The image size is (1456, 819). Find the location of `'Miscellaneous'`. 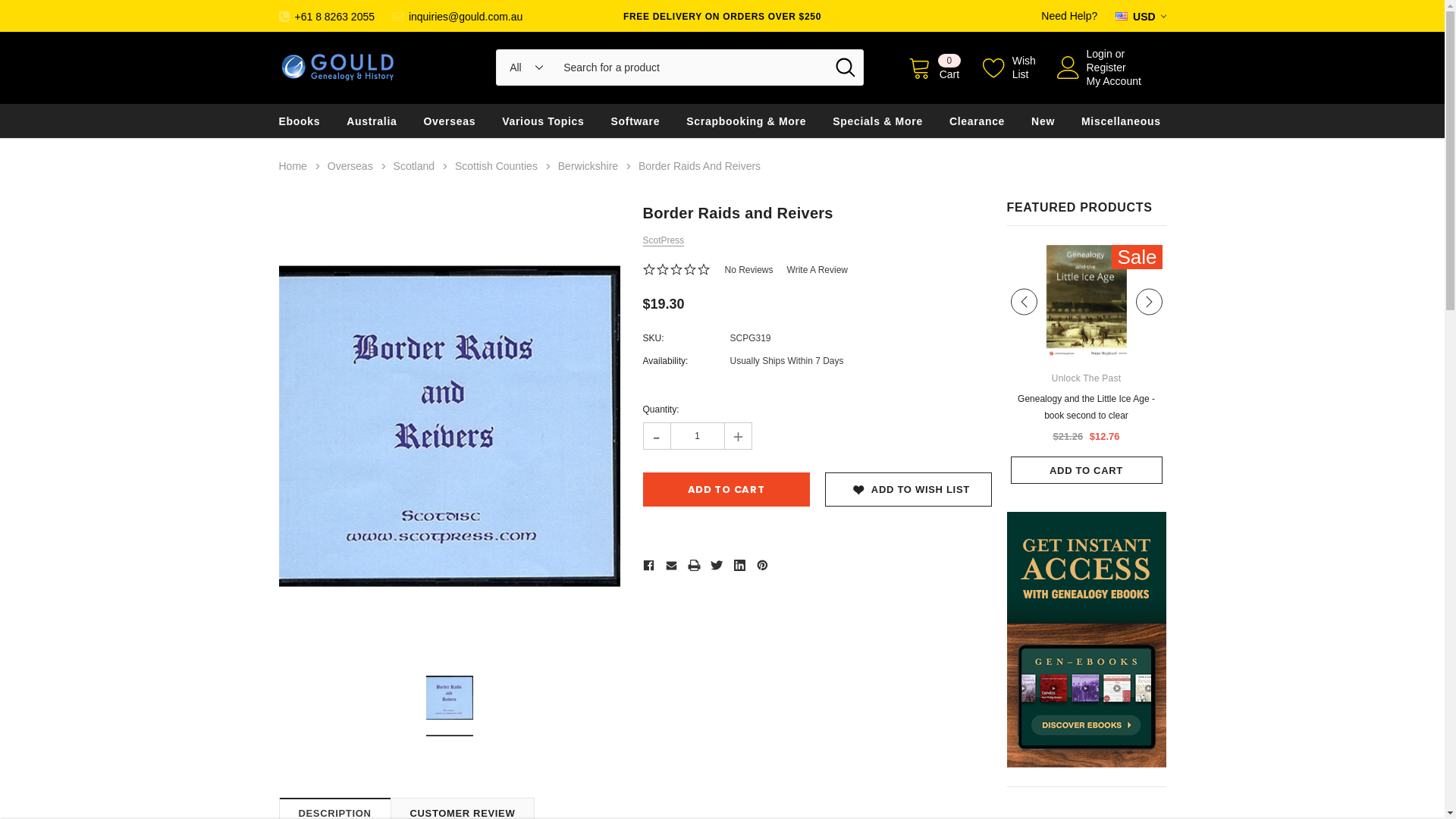

'Miscellaneous' is located at coordinates (1121, 120).